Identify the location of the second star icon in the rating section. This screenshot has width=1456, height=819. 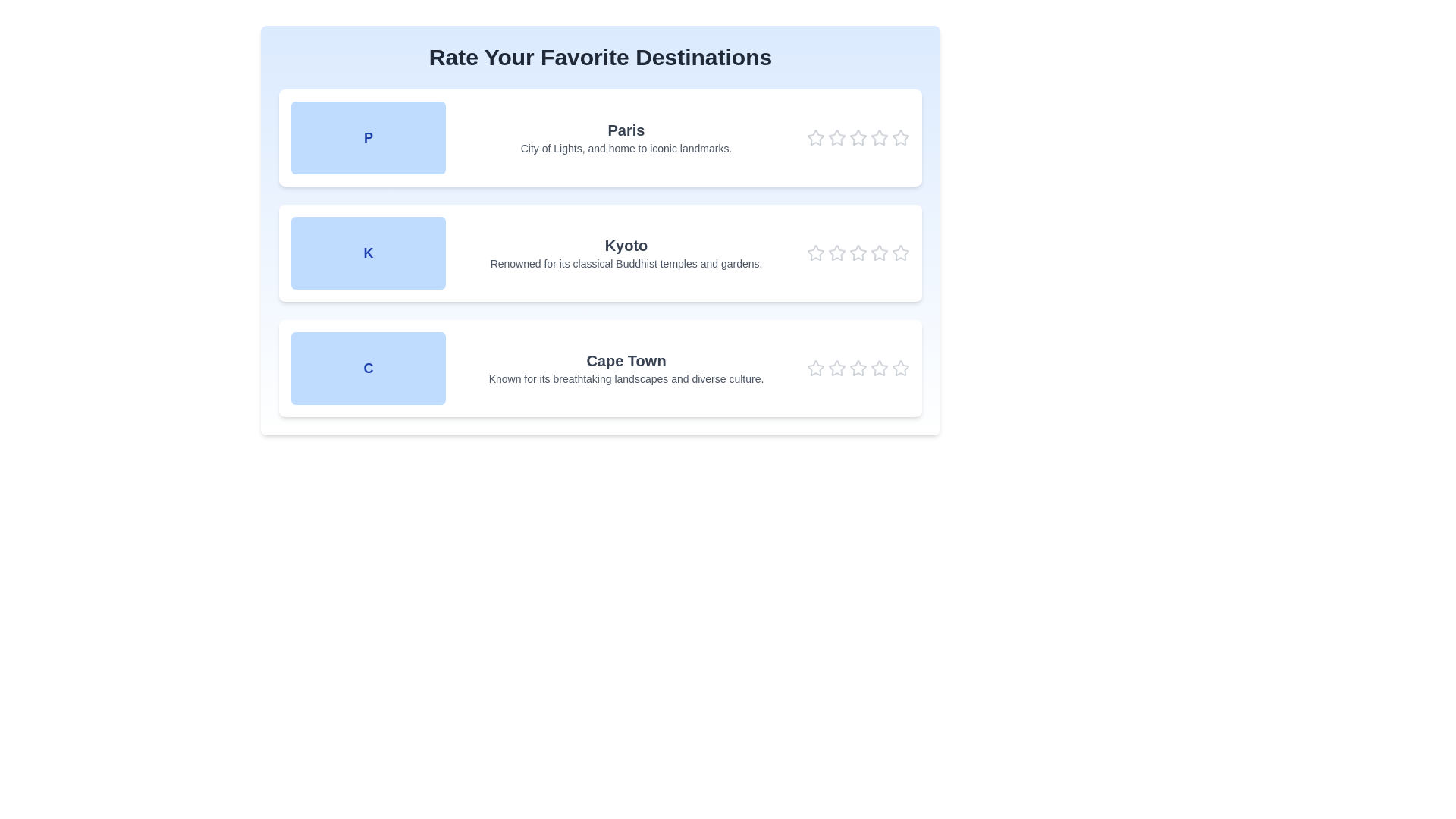
(858, 252).